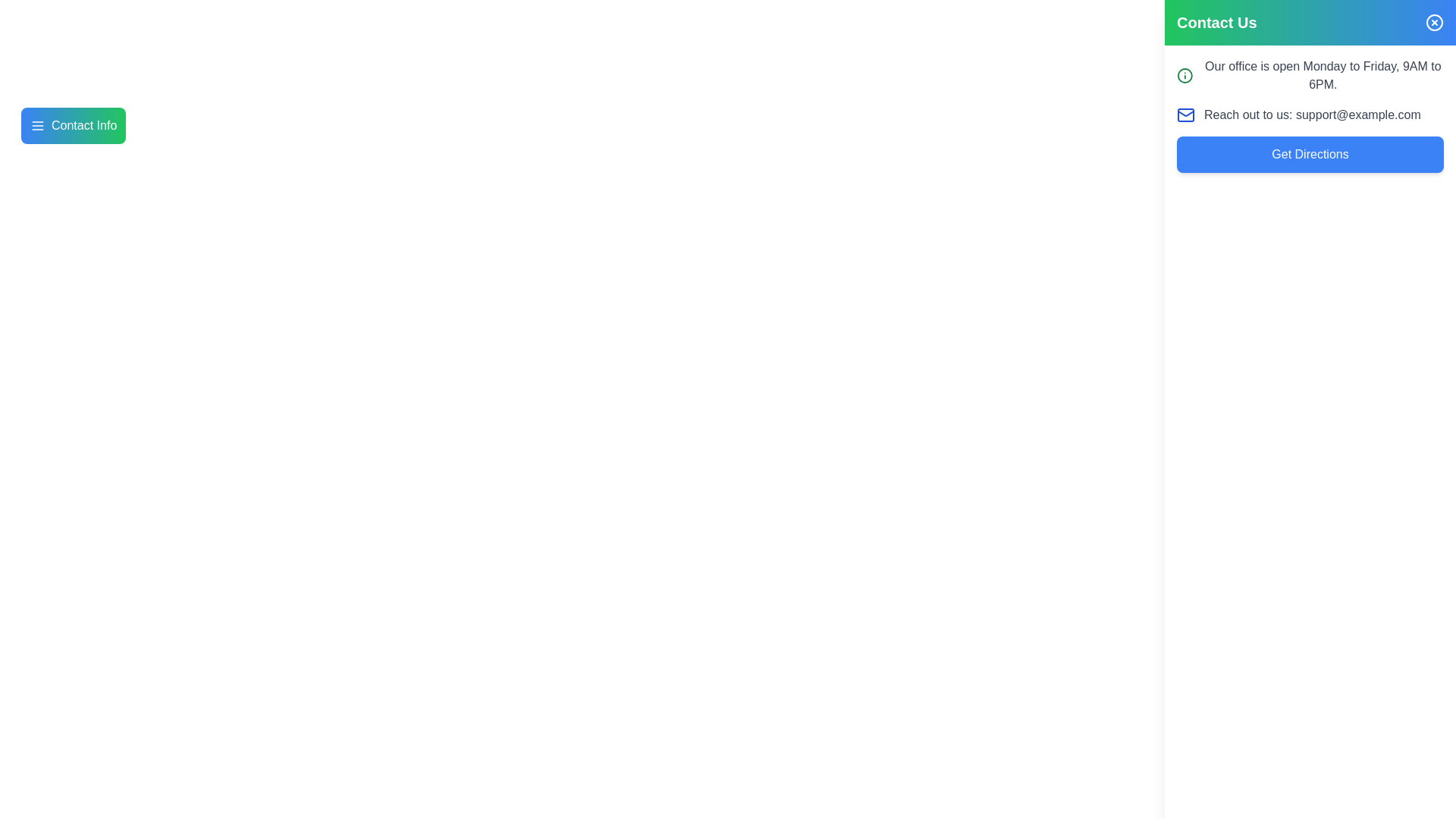 Image resolution: width=1456 pixels, height=819 pixels. Describe the element at coordinates (37, 124) in the screenshot. I see `the icon representing navigation or expandable options located to the left of the 'Contact Info' button` at that location.